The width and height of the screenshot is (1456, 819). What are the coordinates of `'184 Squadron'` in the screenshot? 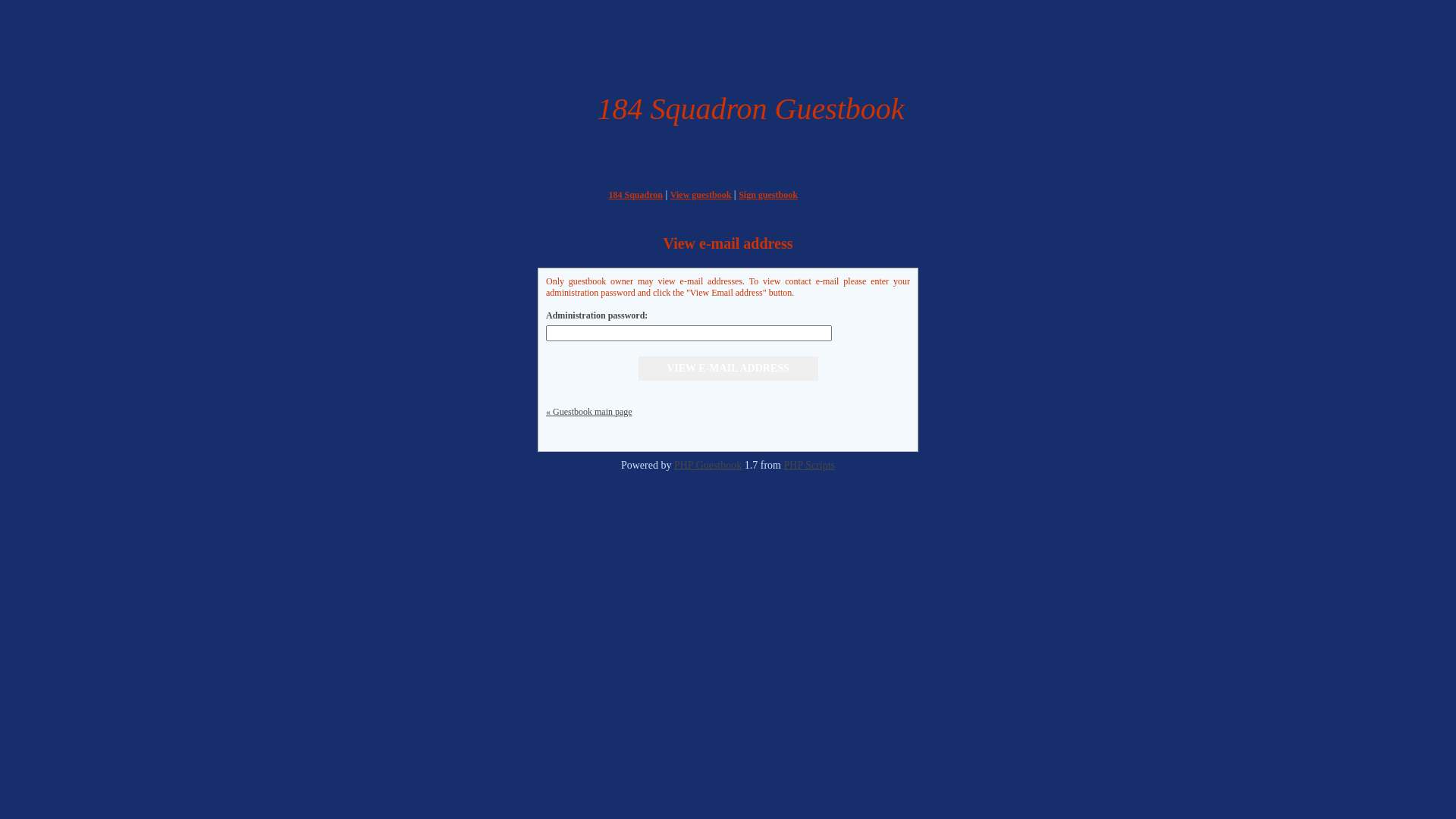 It's located at (635, 194).